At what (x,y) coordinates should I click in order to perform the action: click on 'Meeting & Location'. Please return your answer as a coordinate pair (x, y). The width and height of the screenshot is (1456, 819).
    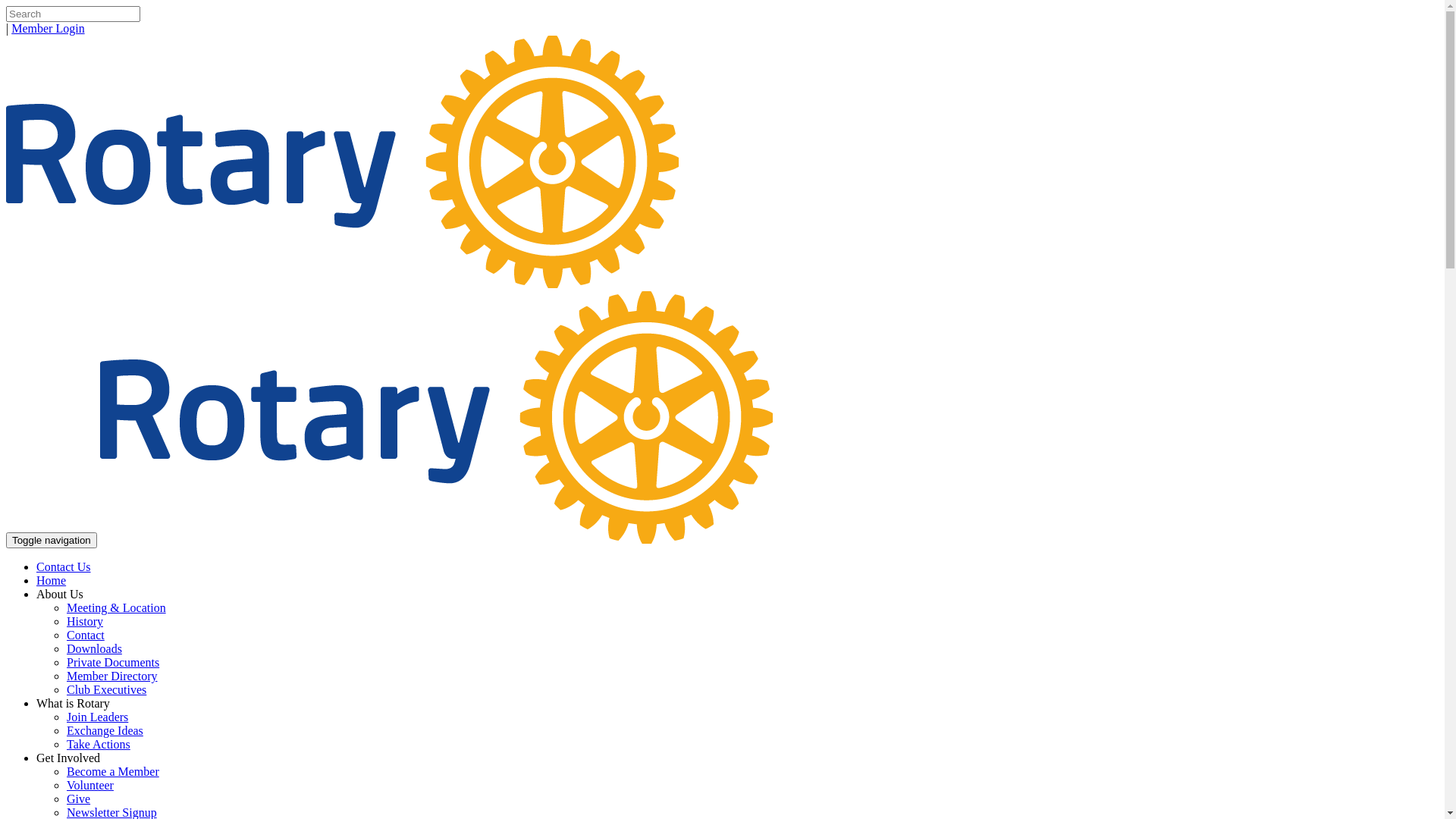
    Looking at the image, I should click on (65, 607).